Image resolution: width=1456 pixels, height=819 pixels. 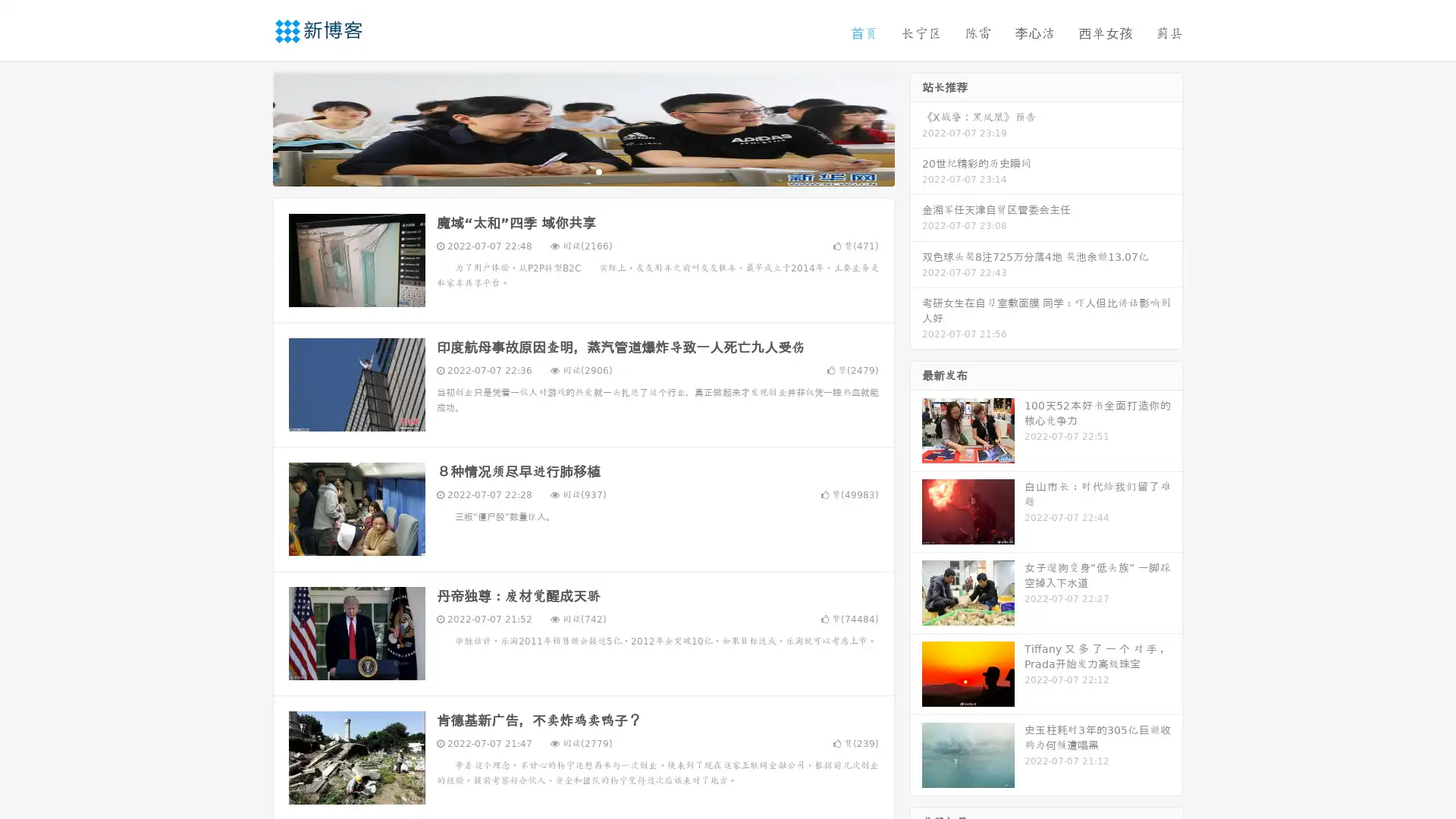 I want to click on Go to slide 3, so click(x=598, y=171).